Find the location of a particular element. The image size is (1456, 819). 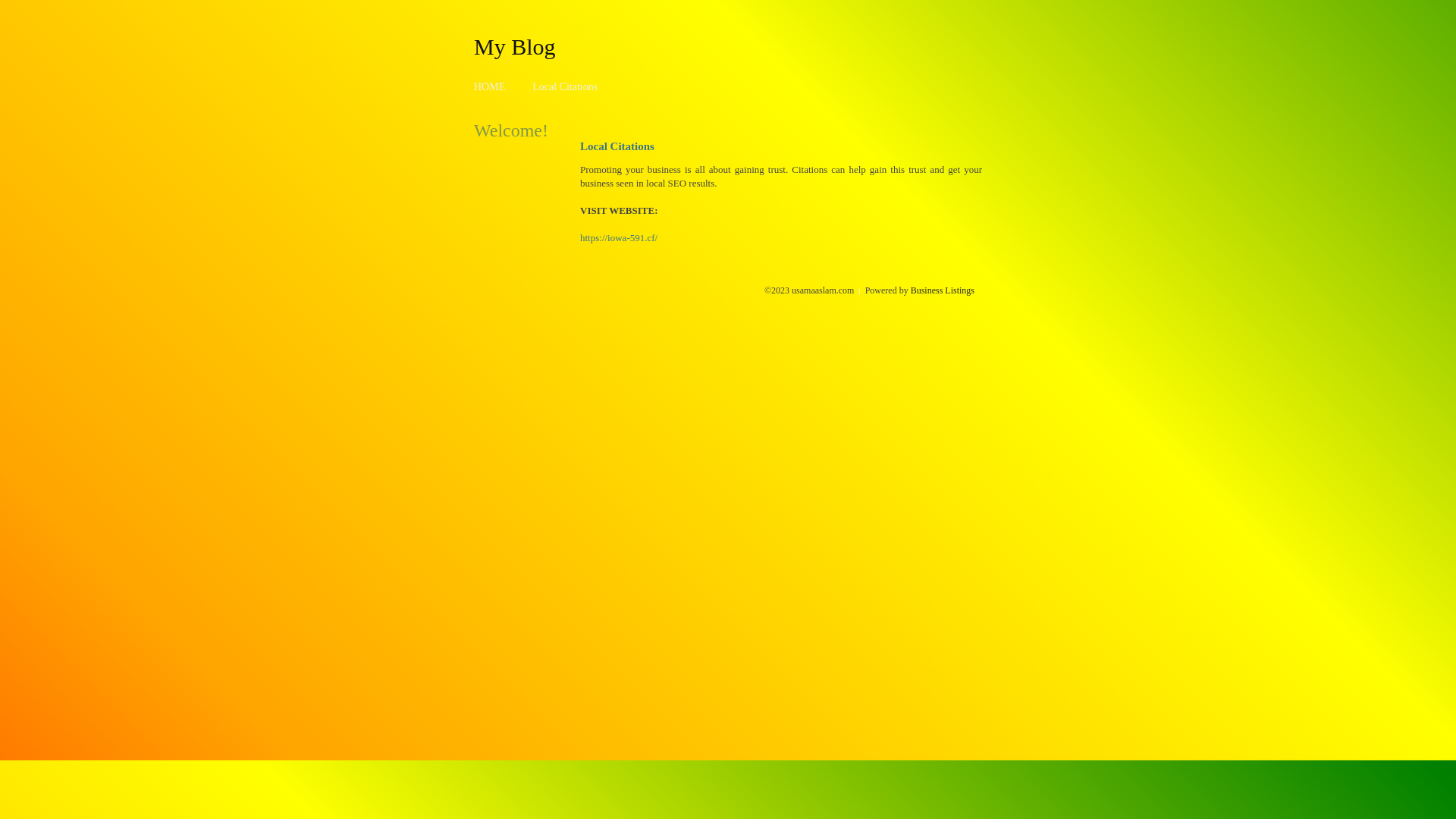

'Local Citations' is located at coordinates (563, 86).